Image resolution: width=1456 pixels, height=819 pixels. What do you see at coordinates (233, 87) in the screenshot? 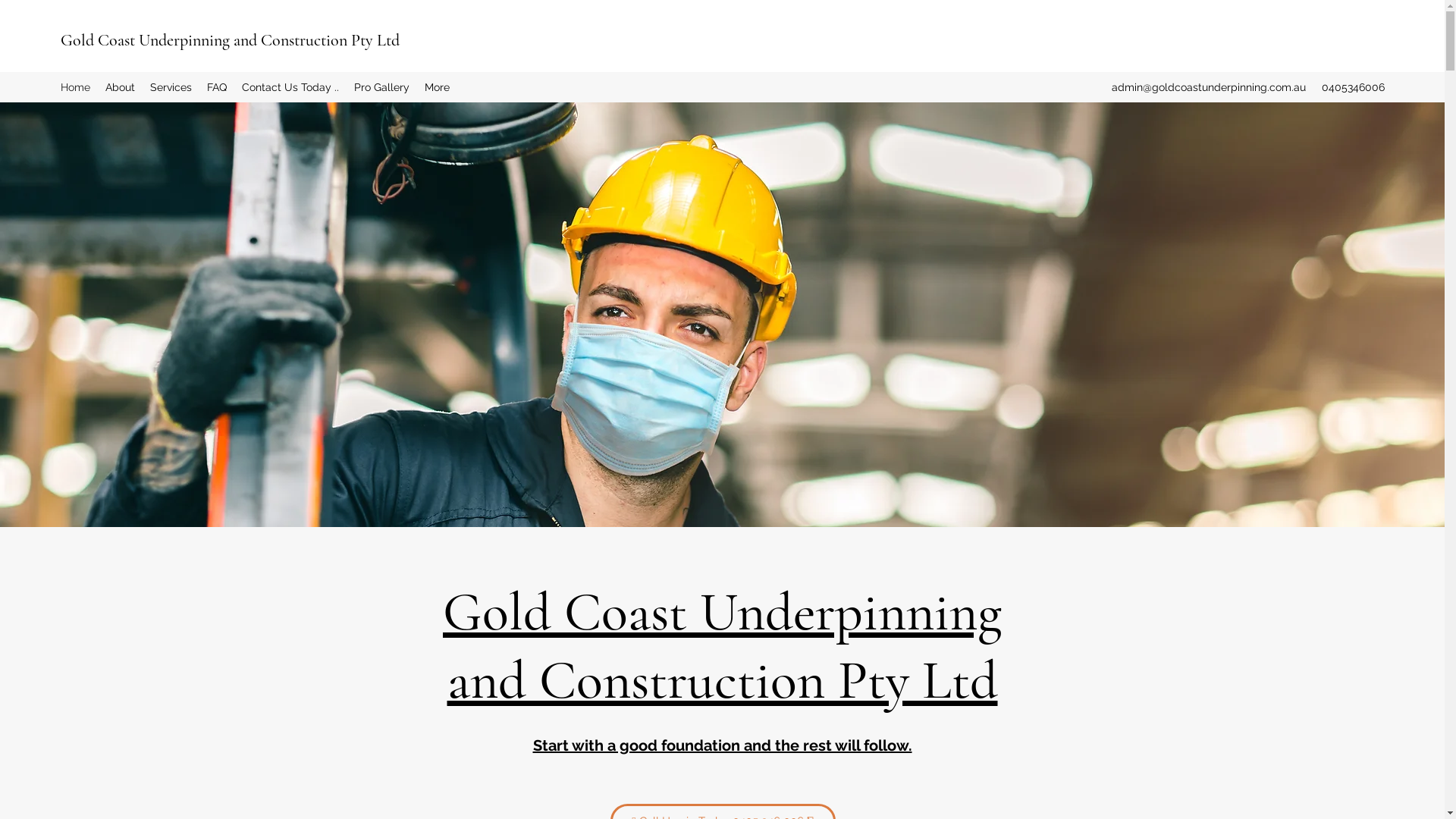
I see `'Contact Us Today ..'` at bounding box center [233, 87].